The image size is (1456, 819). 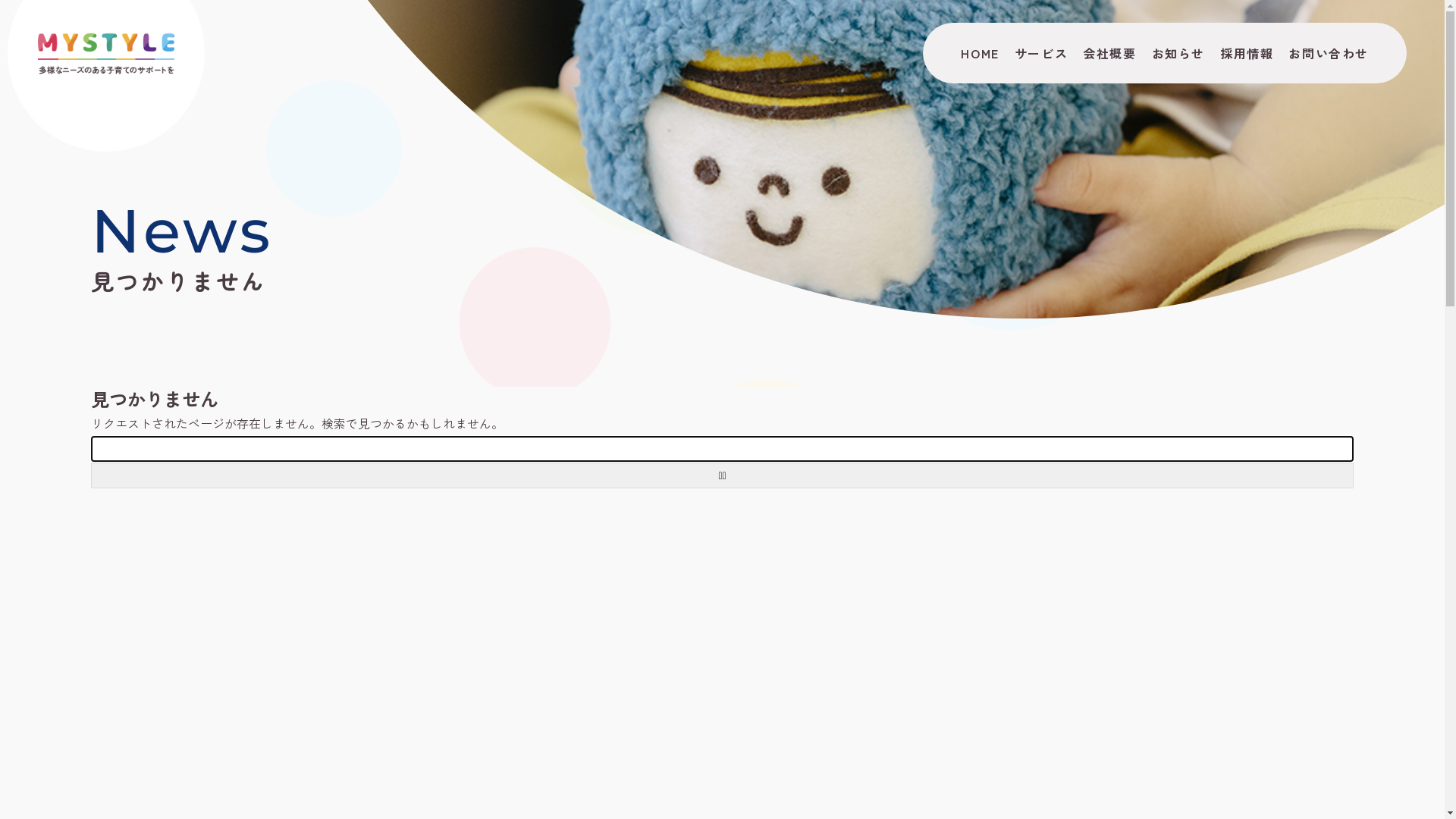 I want to click on 'HOME', so click(x=979, y=52).